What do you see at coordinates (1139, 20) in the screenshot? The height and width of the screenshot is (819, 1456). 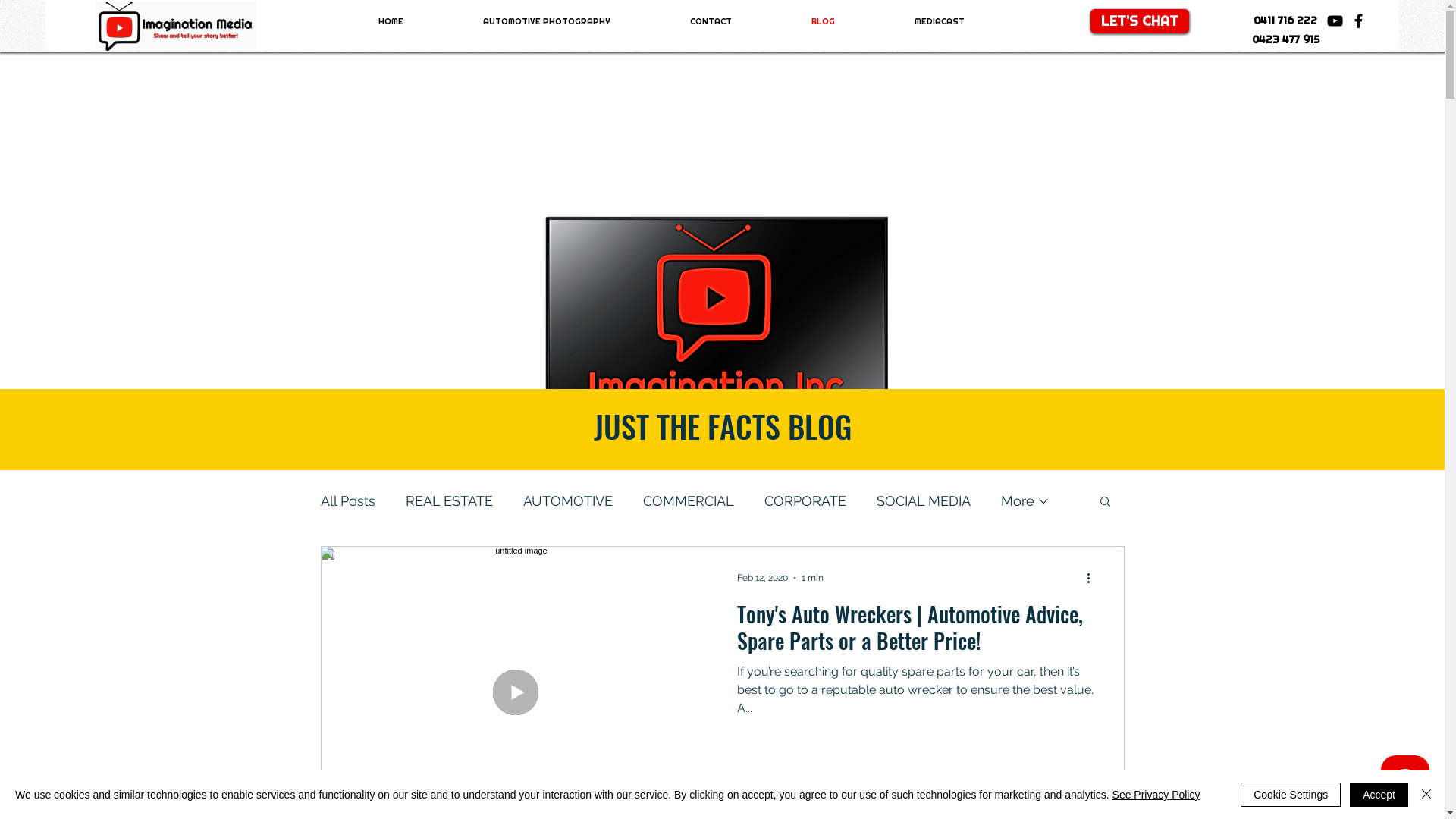 I see `'LET'S CHAT'` at bounding box center [1139, 20].